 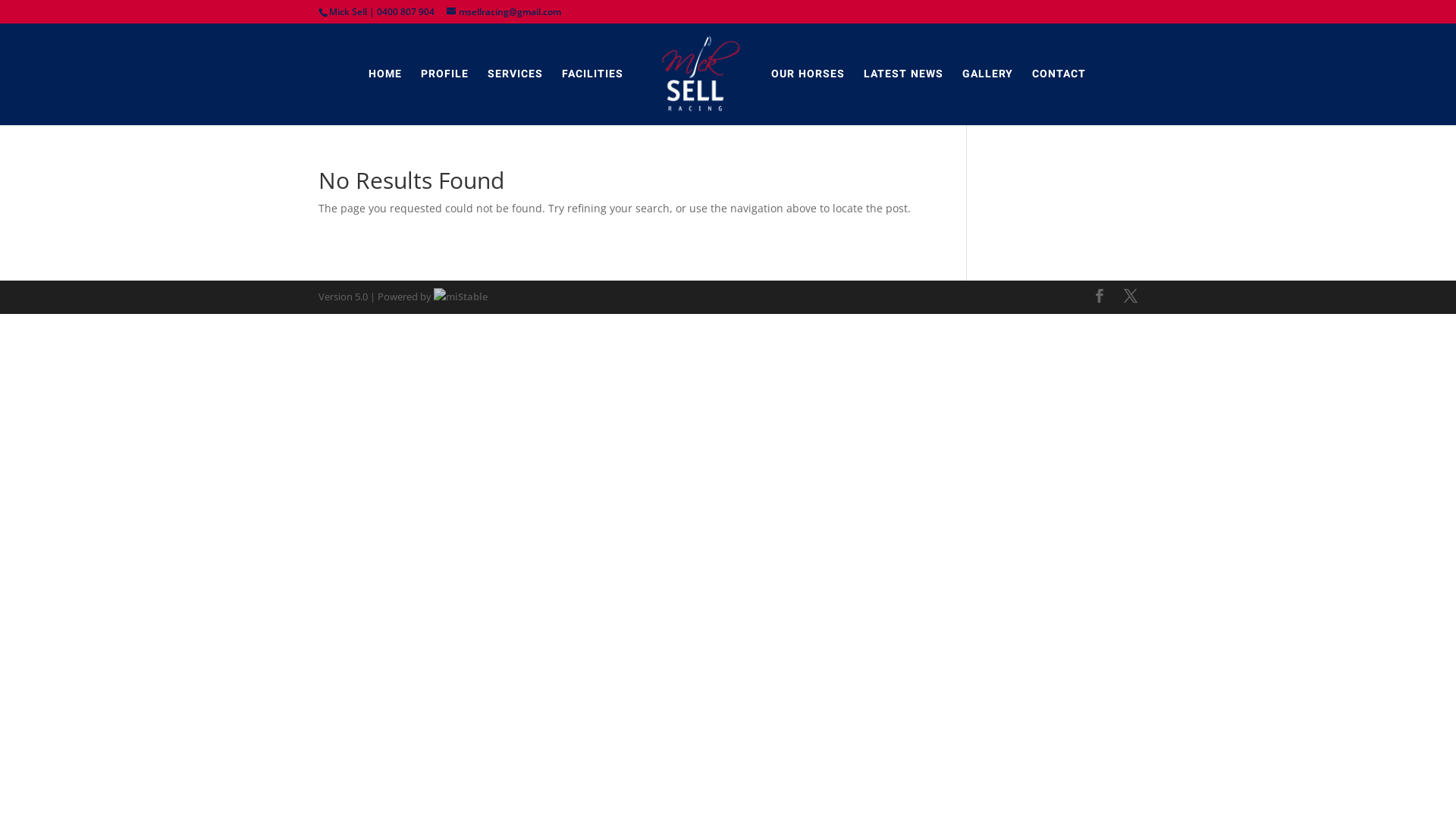 What do you see at coordinates (1058, 74) in the screenshot?
I see `'CONTACT'` at bounding box center [1058, 74].